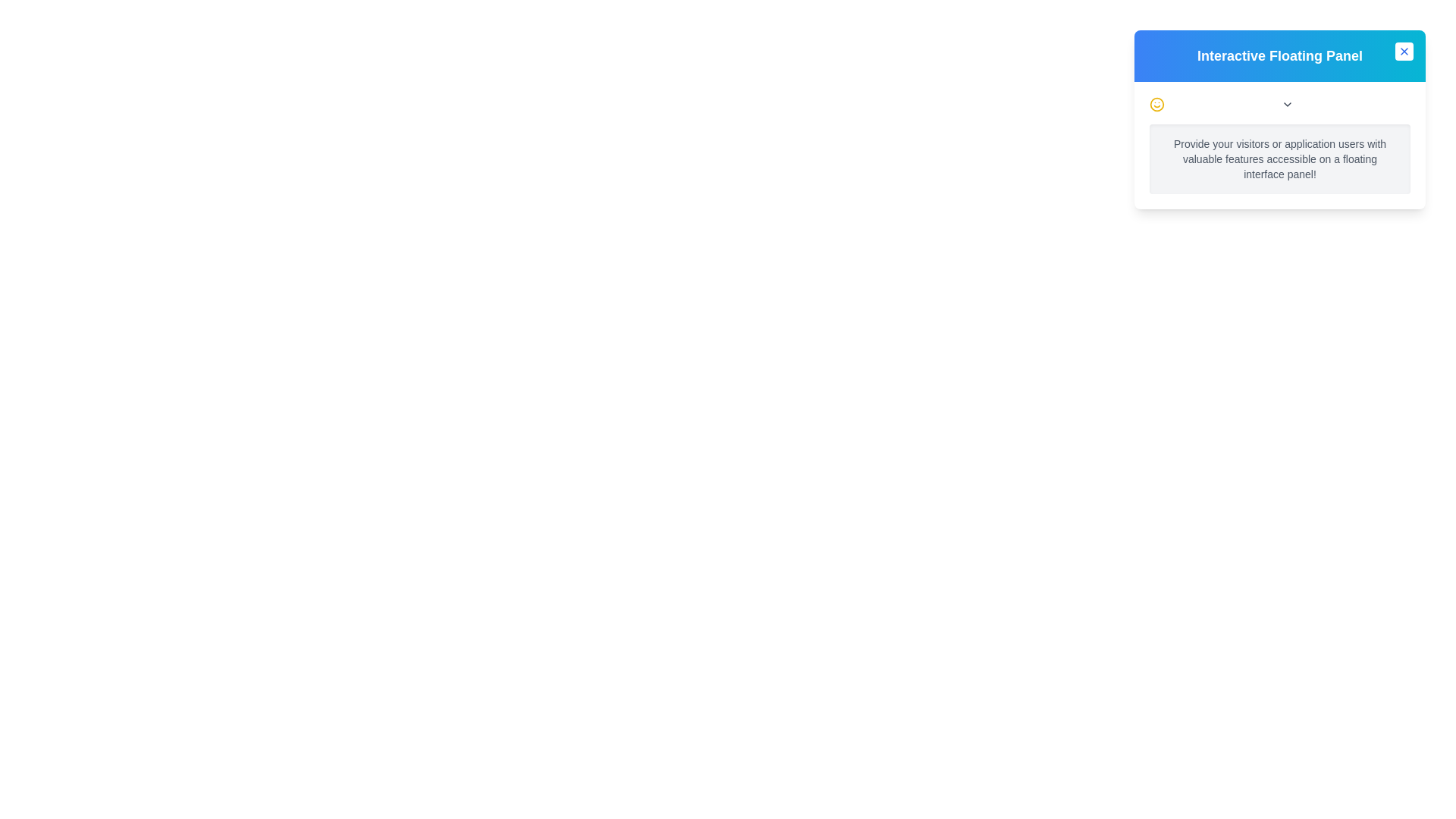 The image size is (1456, 819). I want to click on the close button located in the top-right corner of the floating interactive panel, so click(1404, 51).